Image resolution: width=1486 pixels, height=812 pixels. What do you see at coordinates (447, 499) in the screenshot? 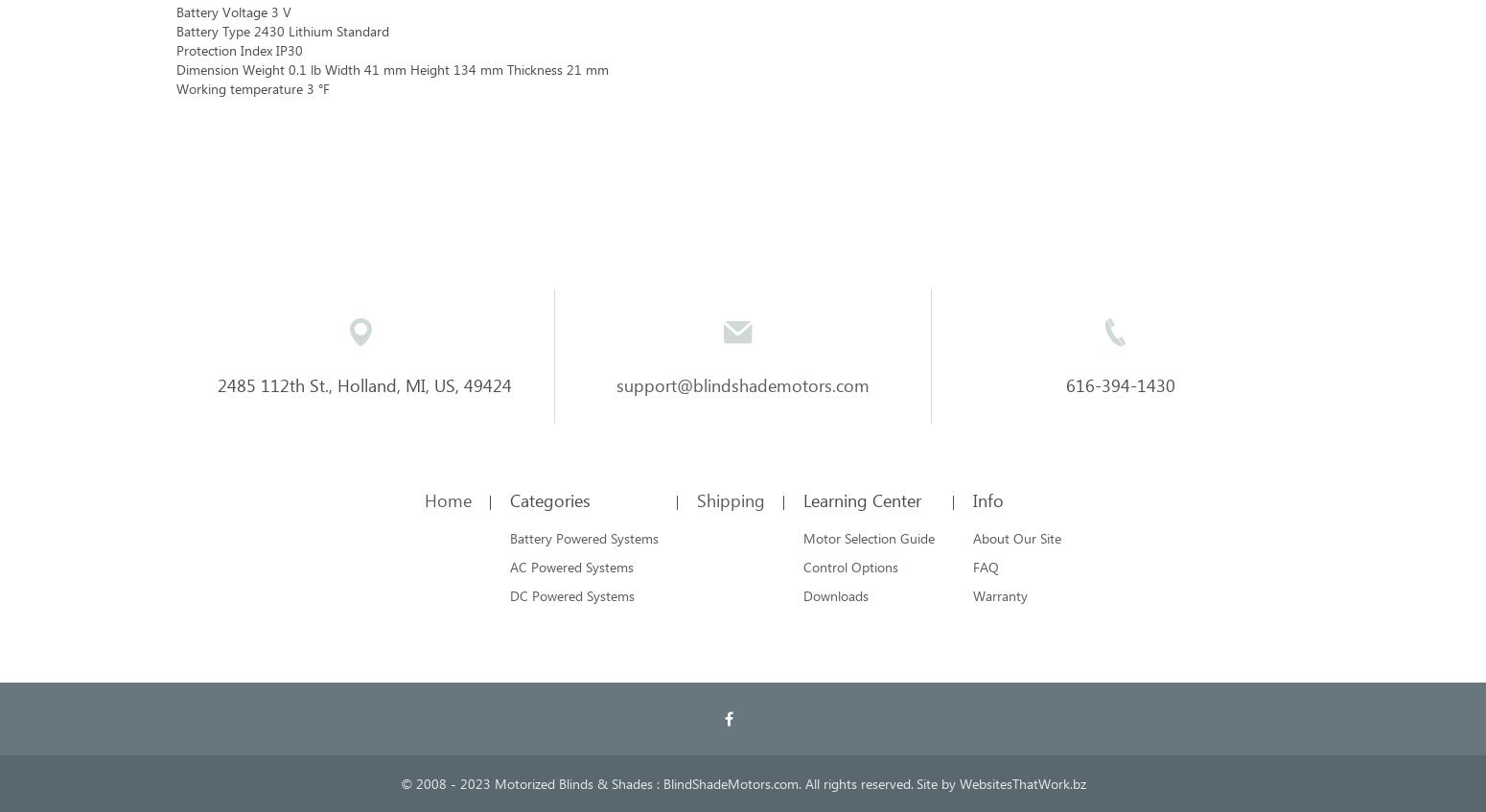
I see `'Home'` at bounding box center [447, 499].